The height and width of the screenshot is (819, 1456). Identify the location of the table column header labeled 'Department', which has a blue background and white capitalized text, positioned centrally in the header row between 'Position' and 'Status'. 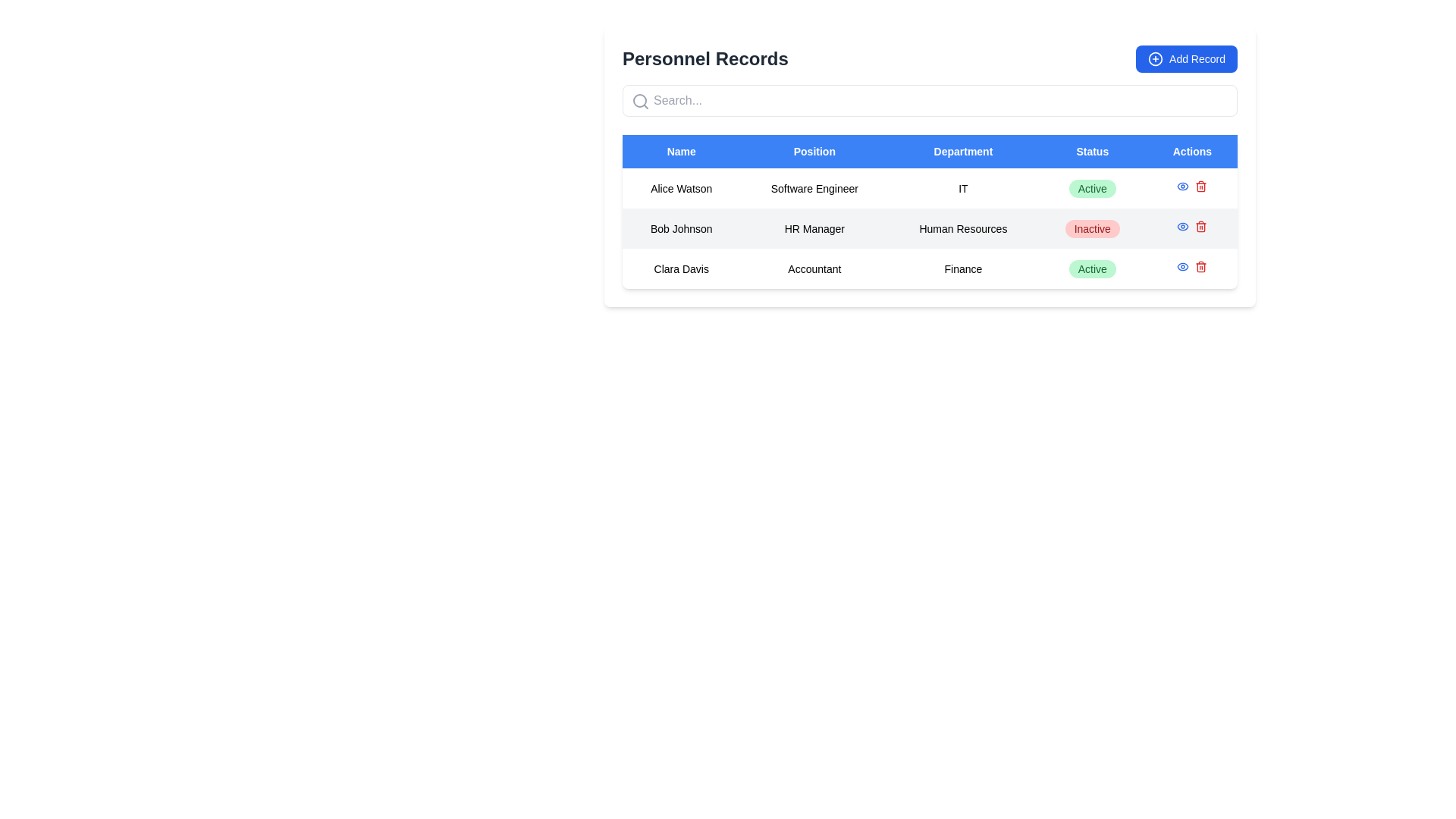
(962, 152).